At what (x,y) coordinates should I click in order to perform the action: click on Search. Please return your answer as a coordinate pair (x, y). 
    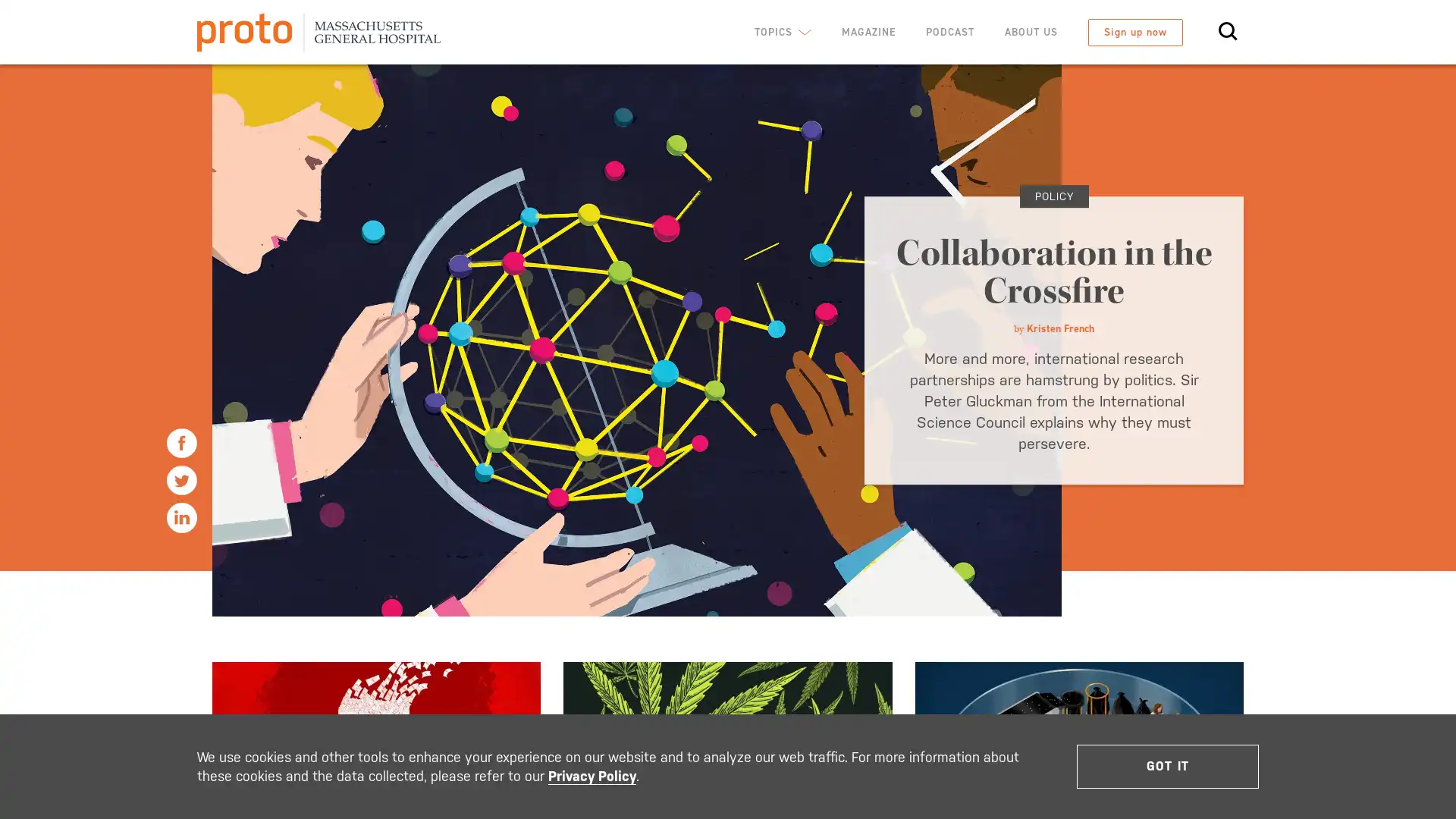
    Looking at the image, I should click on (1197, 124).